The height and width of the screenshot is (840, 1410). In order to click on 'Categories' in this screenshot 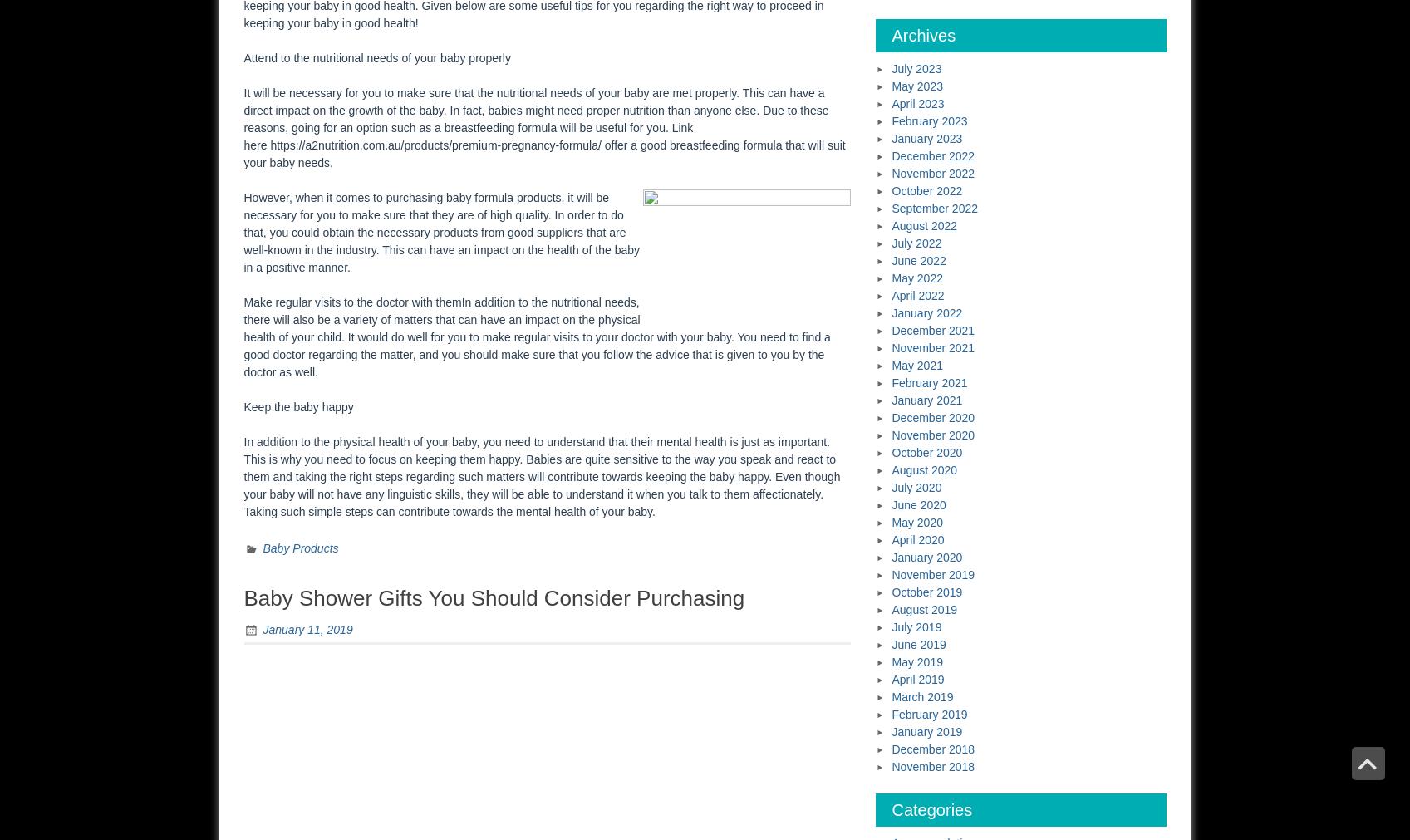, I will do `click(931, 808)`.